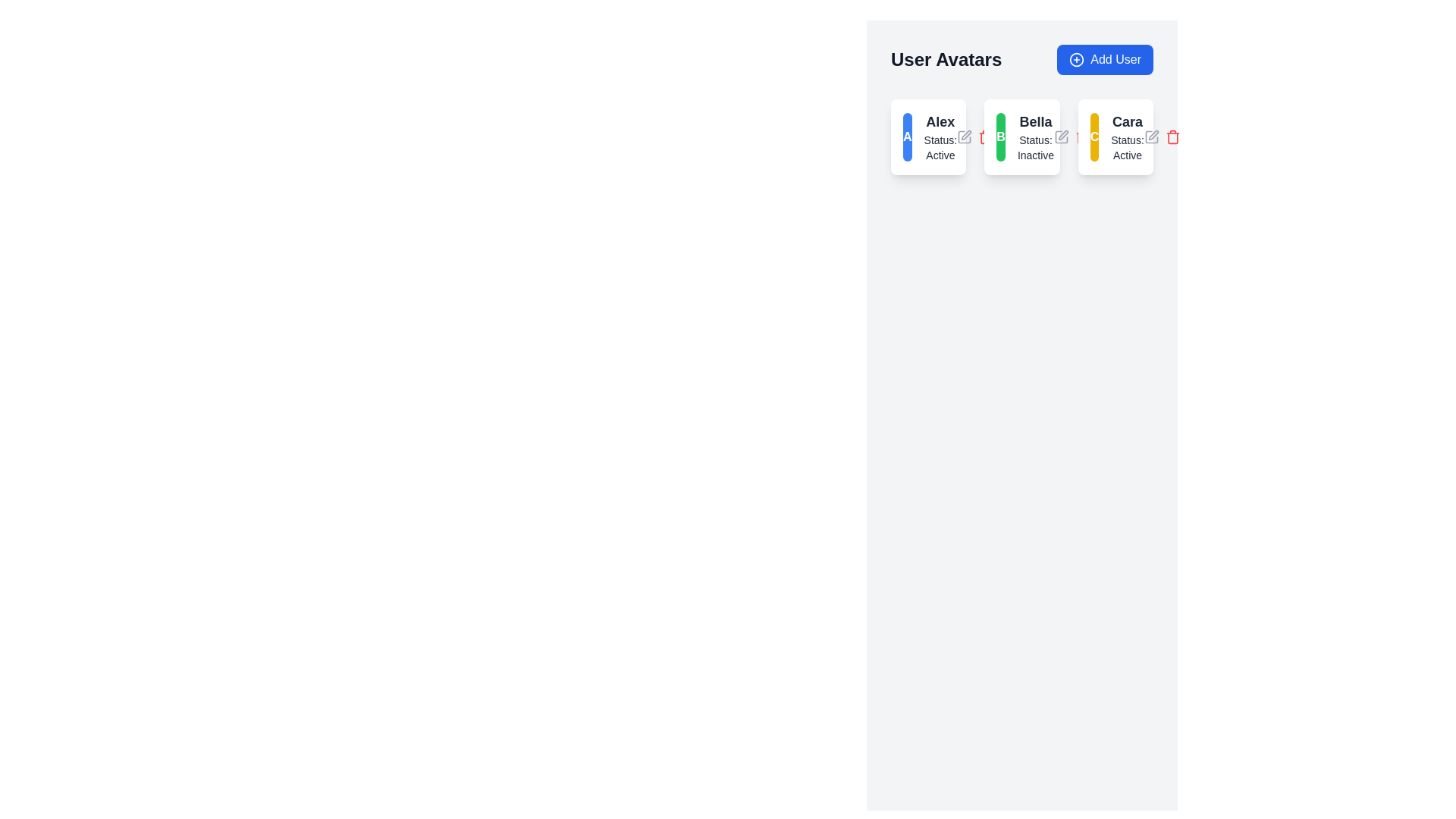 This screenshot has height=819, width=1456. Describe the element at coordinates (1116, 58) in the screenshot. I see `text label displaying 'Add User' located inside a button in the top-right corner of the user interface, adjacent to a plus sign icon` at that location.